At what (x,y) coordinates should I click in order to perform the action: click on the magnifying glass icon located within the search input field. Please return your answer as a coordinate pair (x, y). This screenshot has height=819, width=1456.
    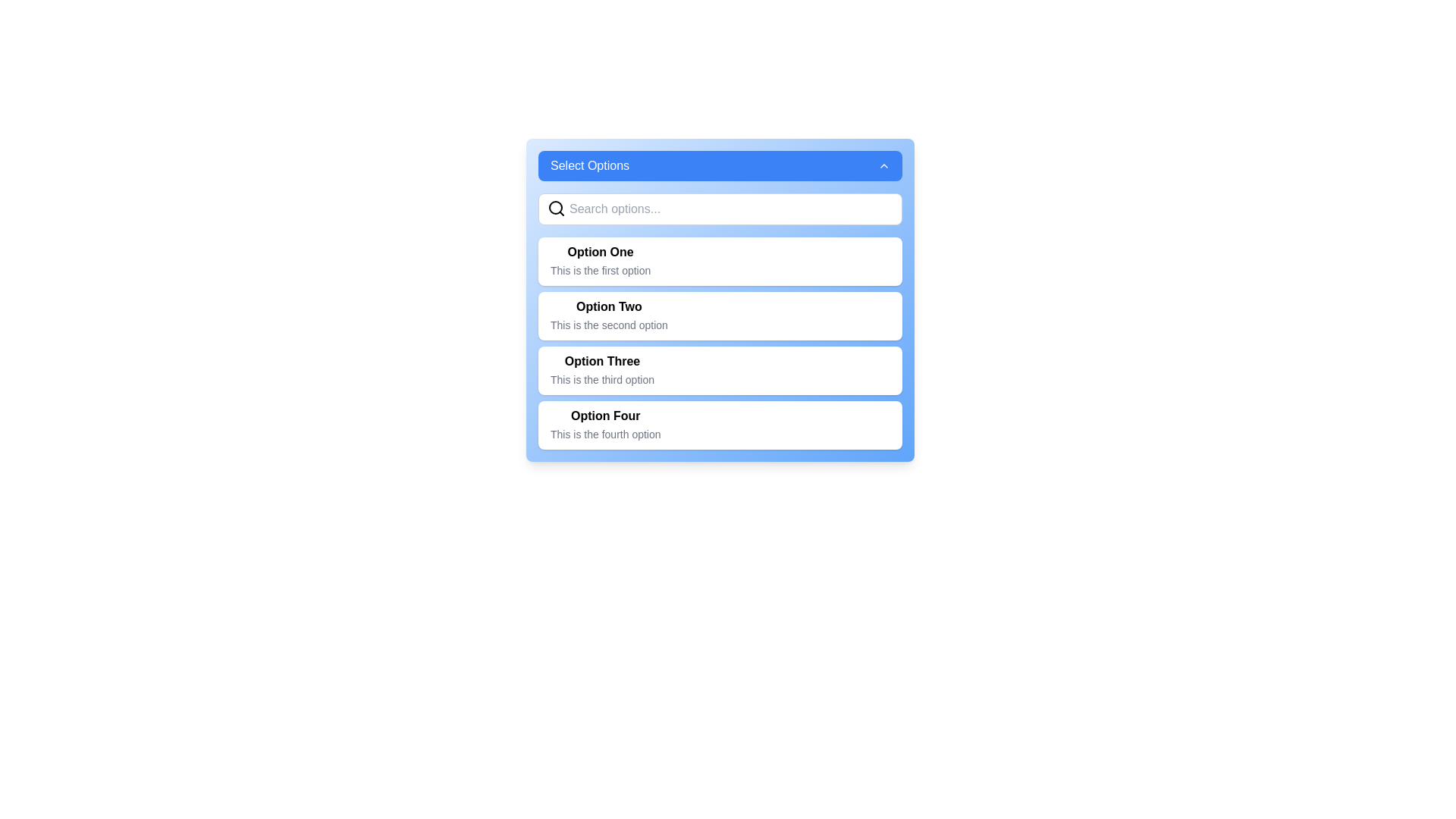
    Looking at the image, I should click on (556, 208).